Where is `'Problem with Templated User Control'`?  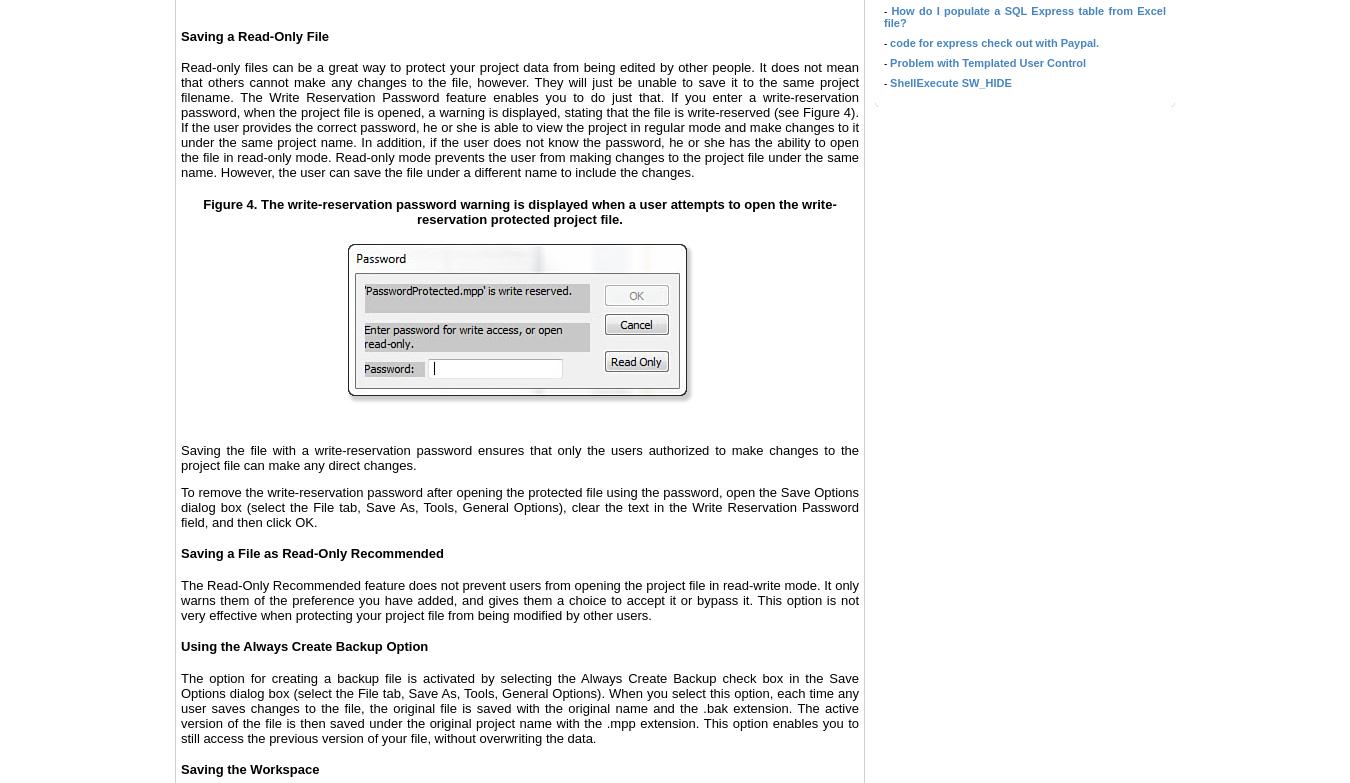 'Problem with Templated User Control' is located at coordinates (987, 63).